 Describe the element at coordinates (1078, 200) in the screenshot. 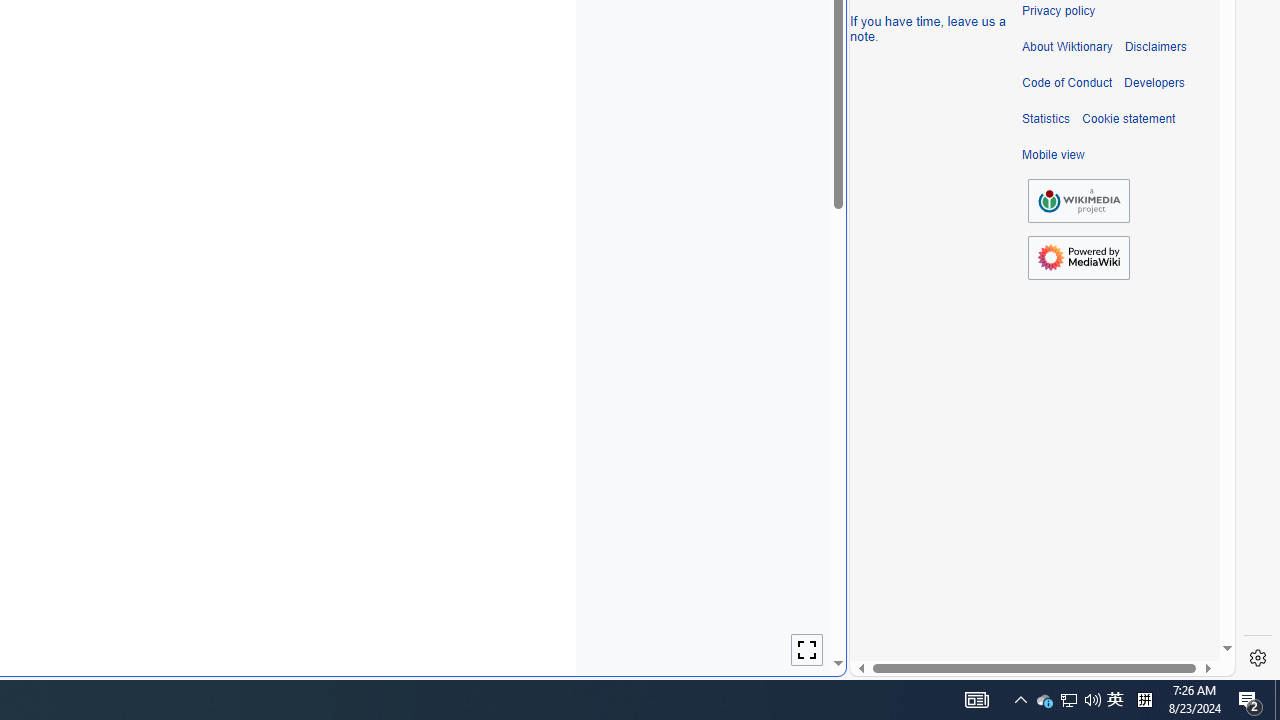

I see `'Wikimedia Foundation'` at that location.